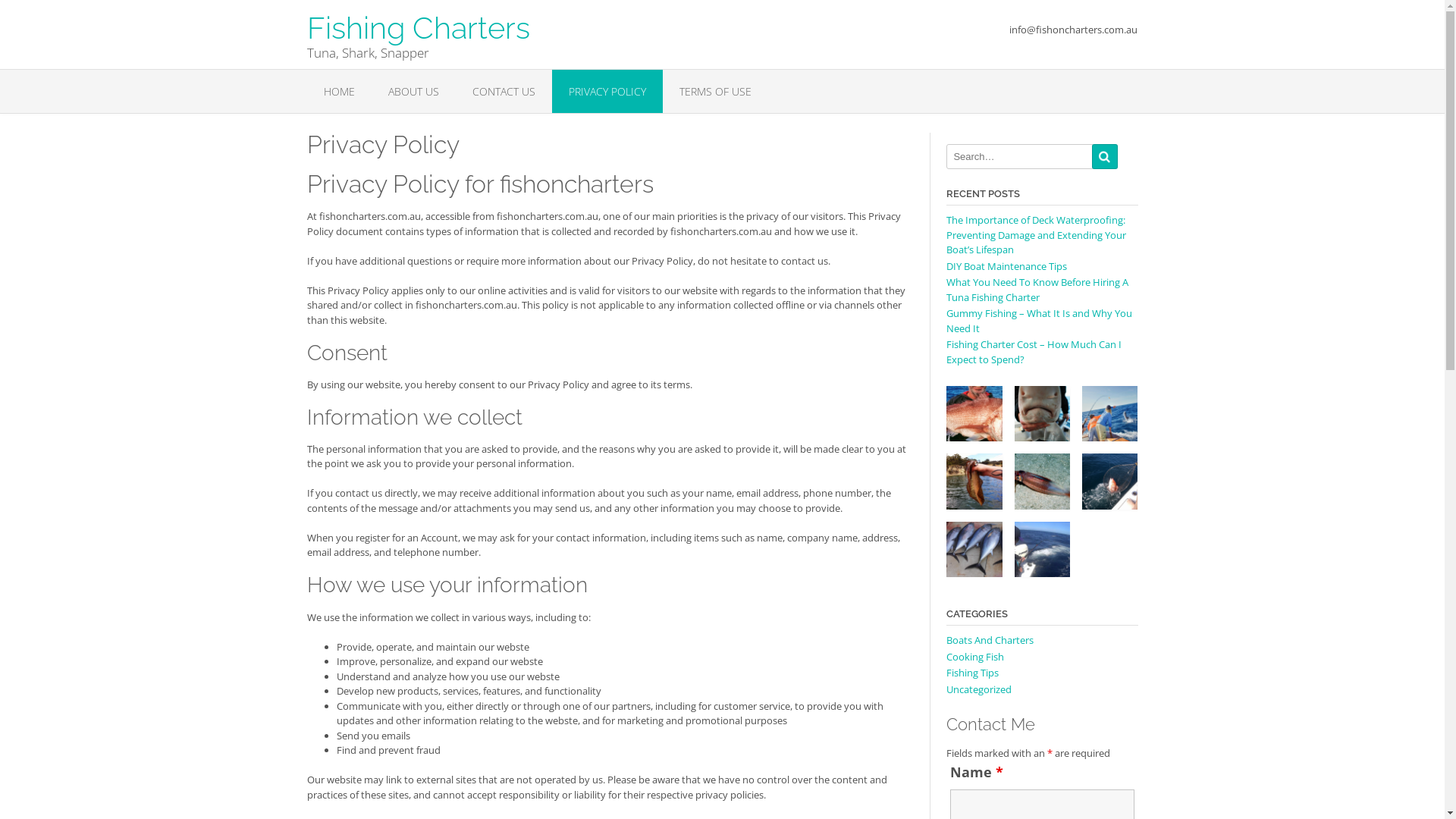 This screenshot has height=819, width=1456. I want to click on 'Fishing Tips', so click(972, 672).